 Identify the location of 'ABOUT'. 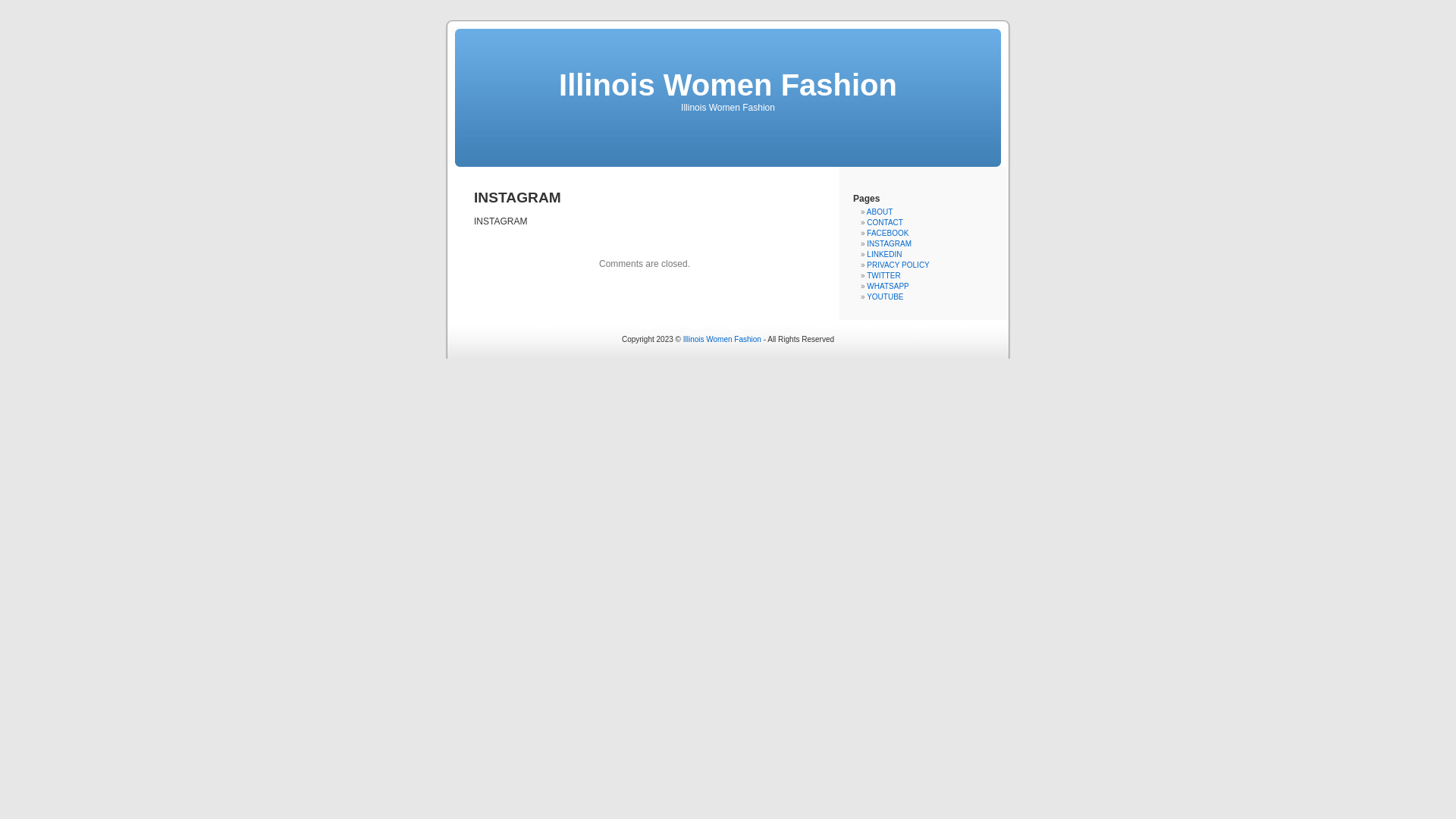
(880, 212).